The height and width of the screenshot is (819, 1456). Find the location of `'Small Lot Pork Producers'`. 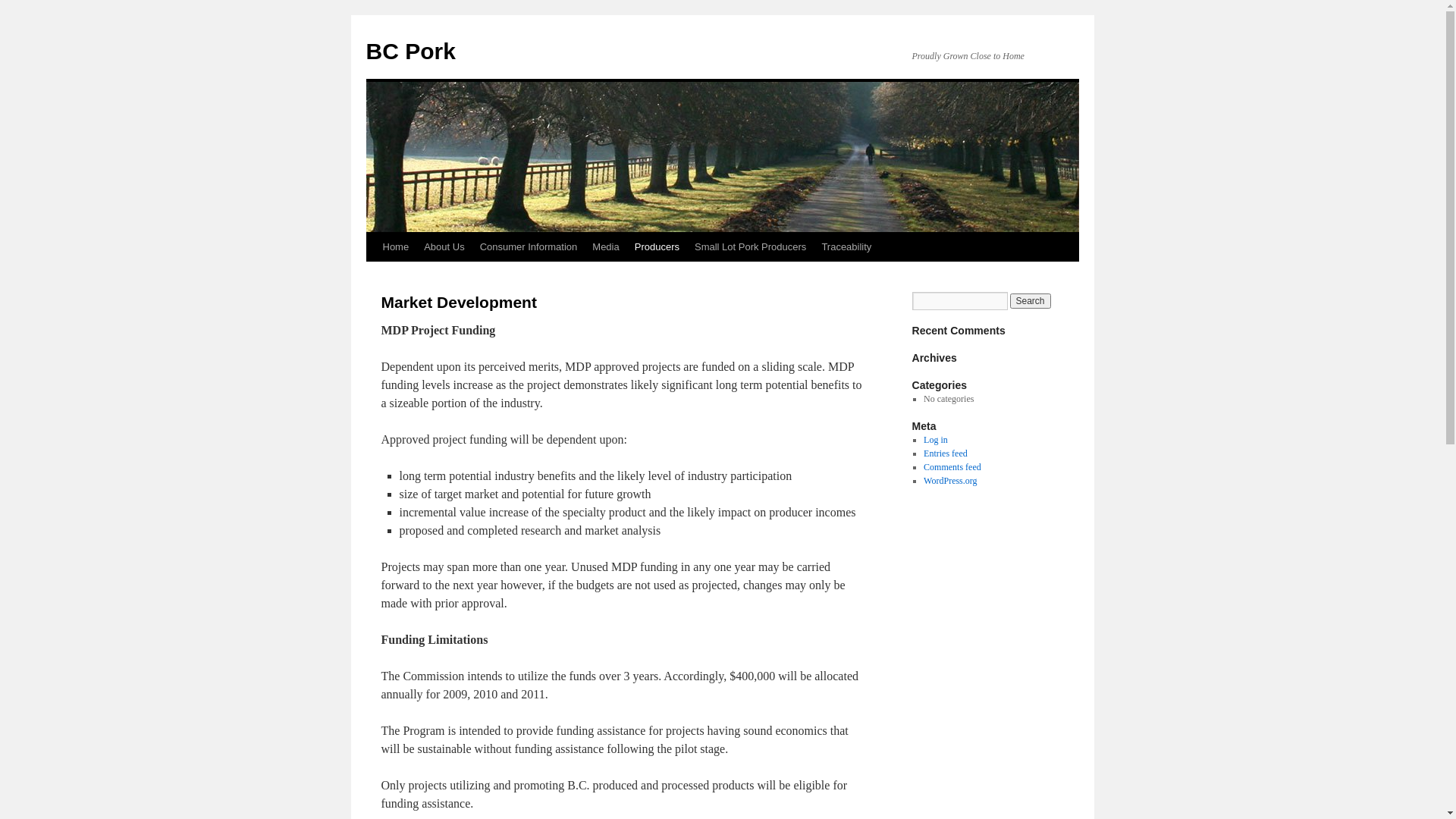

'Small Lot Pork Producers' is located at coordinates (750, 246).